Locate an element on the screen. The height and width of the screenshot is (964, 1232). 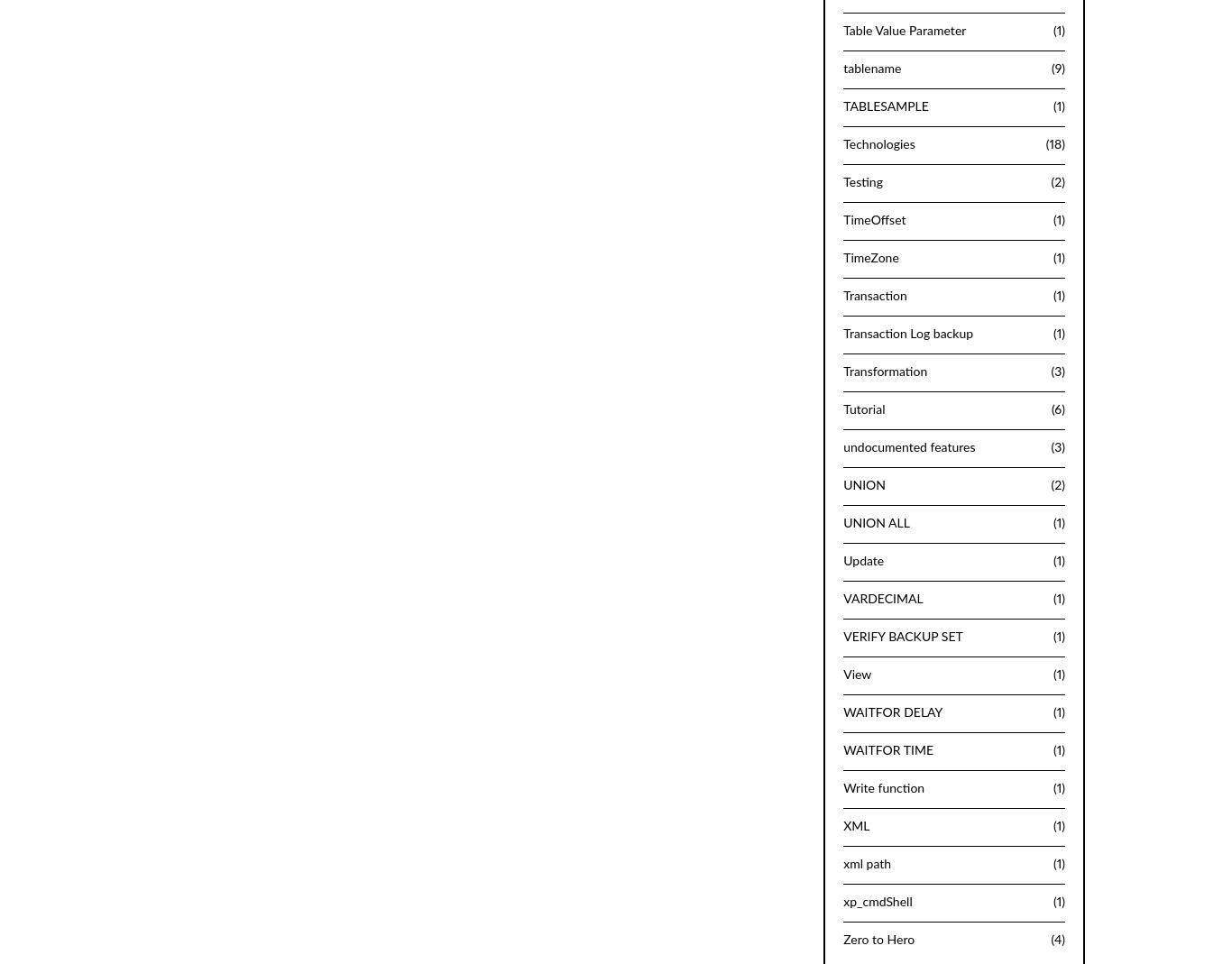
'Transaction' is located at coordinates (843, 295).